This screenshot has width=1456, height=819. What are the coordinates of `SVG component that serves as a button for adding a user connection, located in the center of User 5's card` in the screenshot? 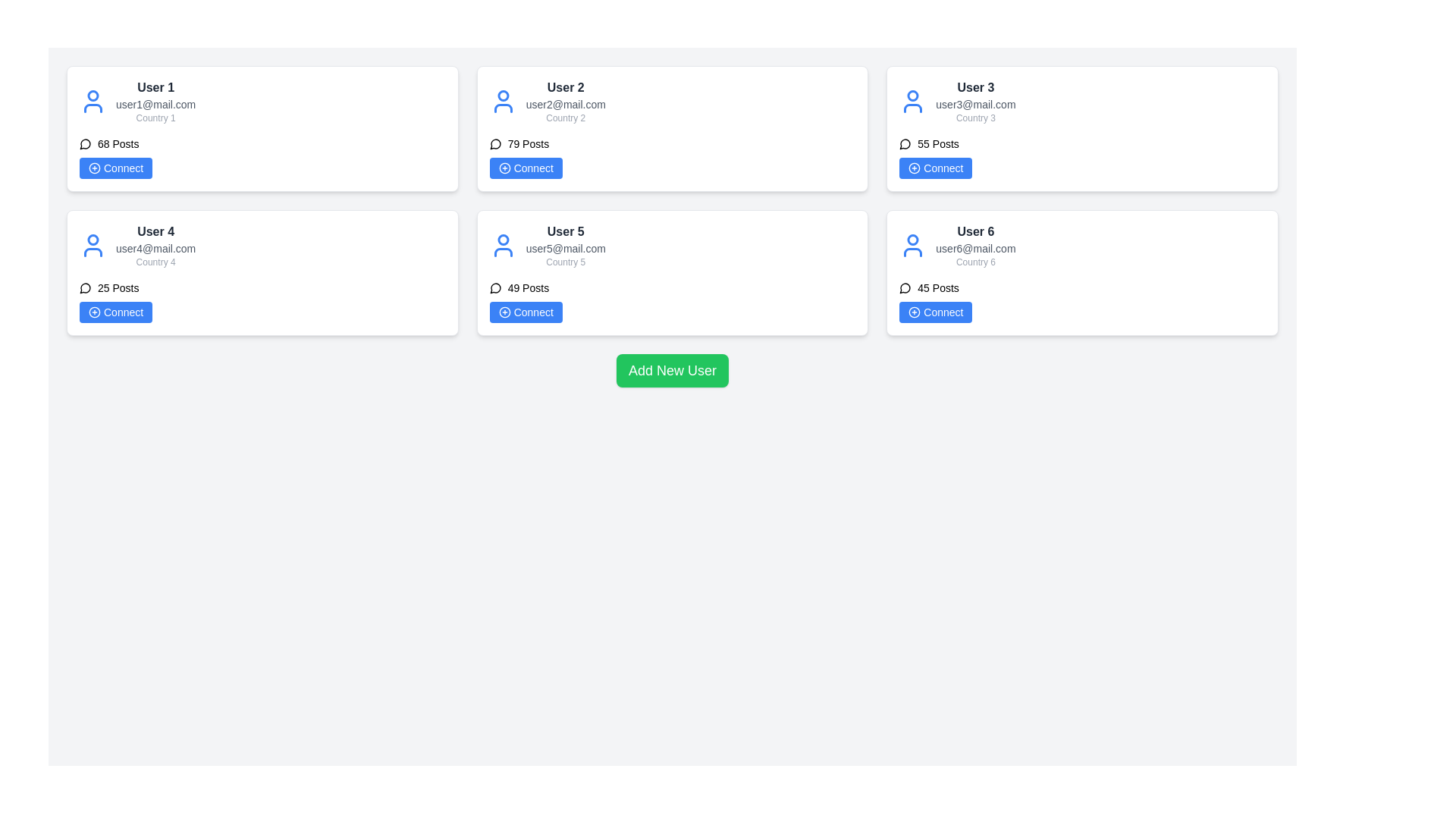 It's located at (504, 312).